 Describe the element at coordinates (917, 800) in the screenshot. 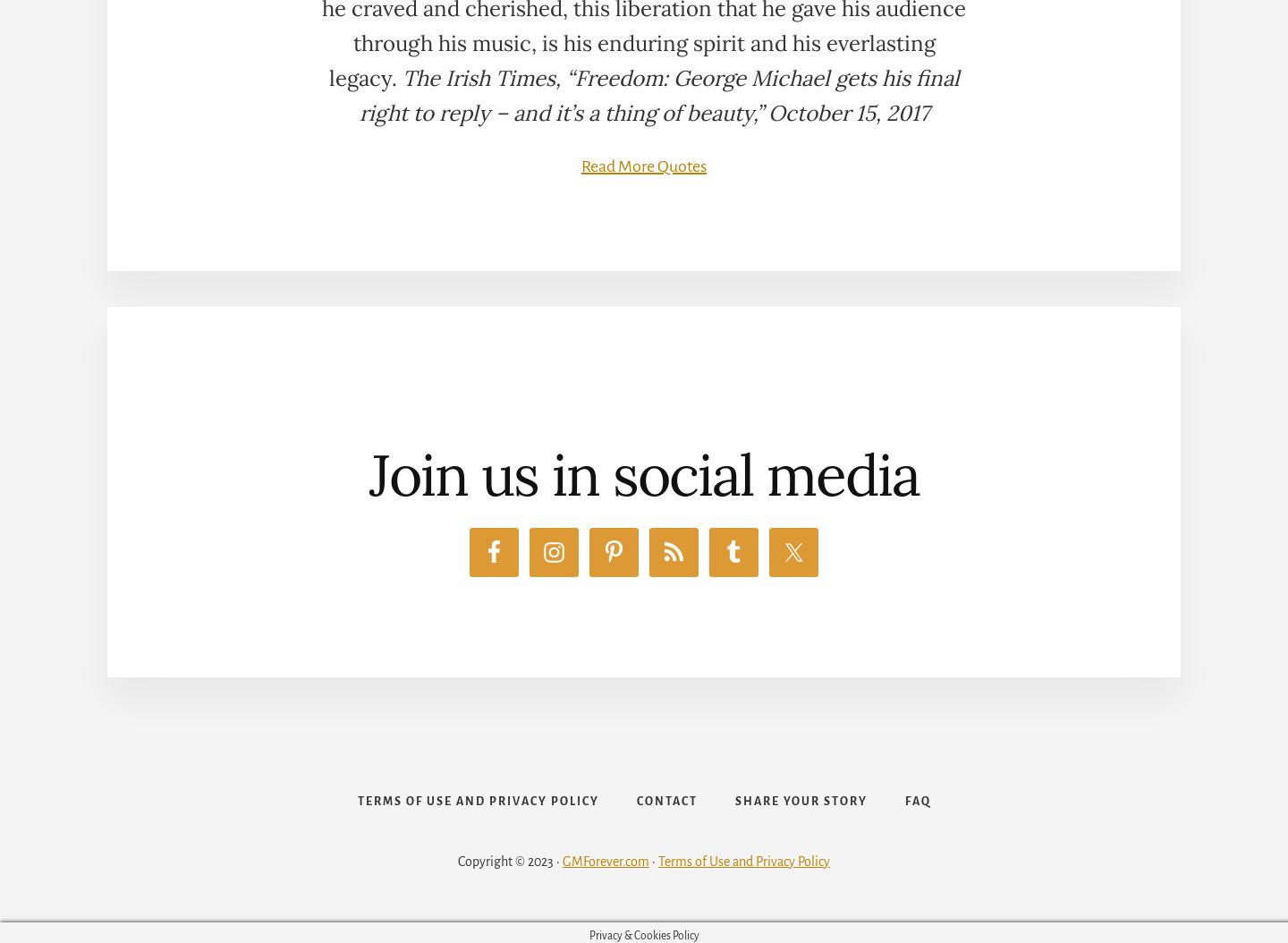

I see `'FAQ'` at that location.